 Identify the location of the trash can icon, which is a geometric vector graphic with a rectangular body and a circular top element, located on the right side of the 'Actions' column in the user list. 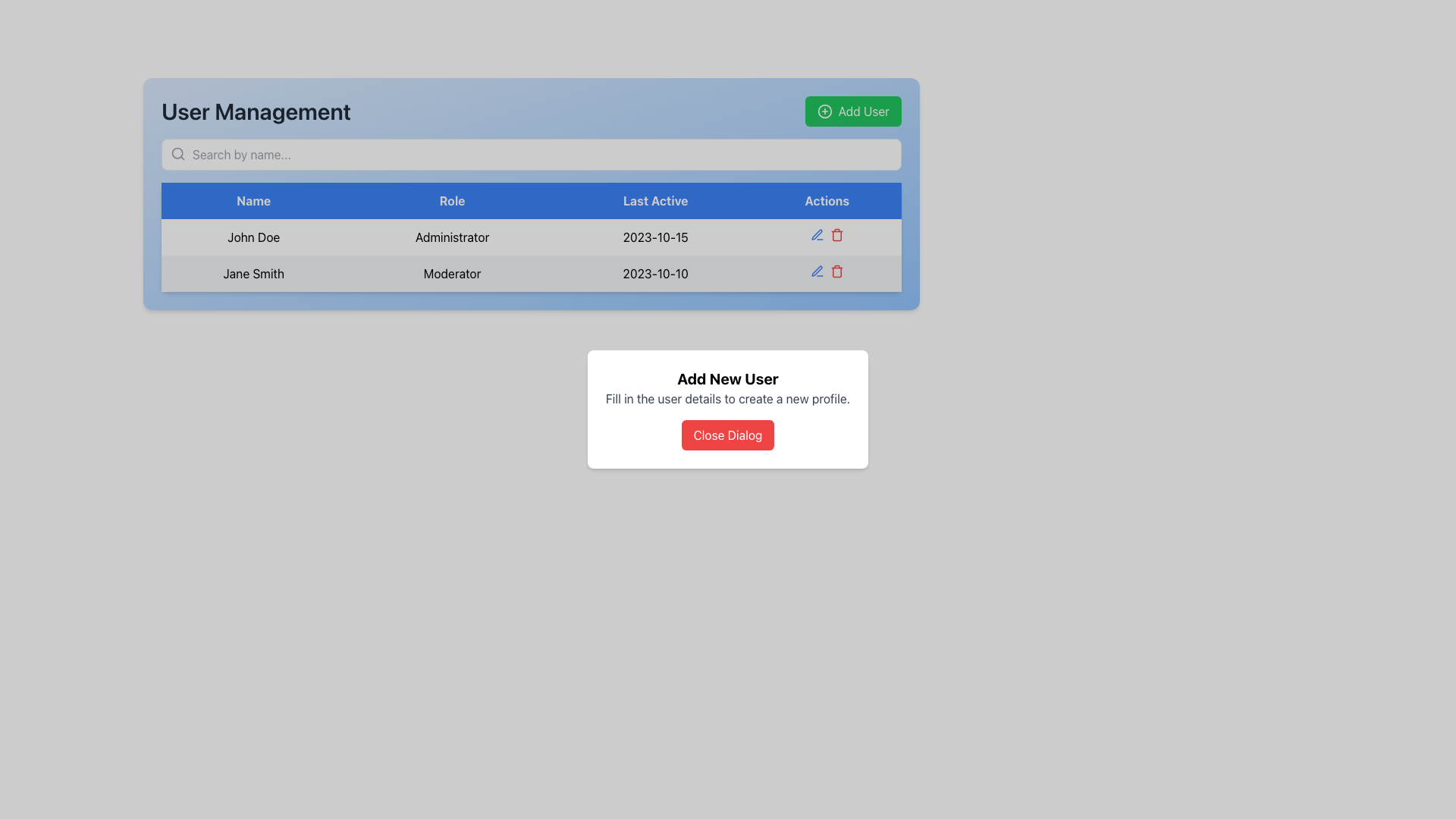
(836, 236).